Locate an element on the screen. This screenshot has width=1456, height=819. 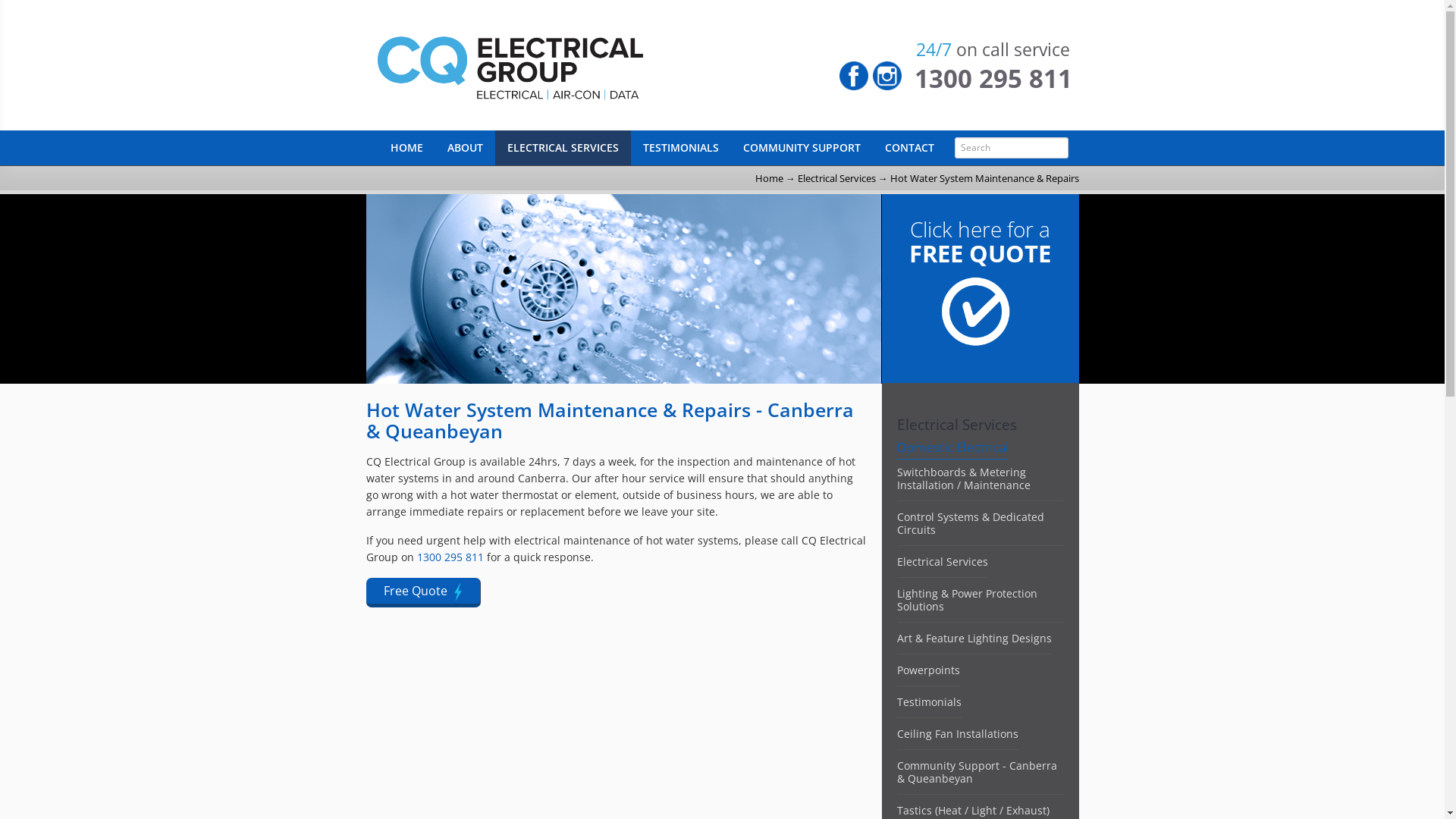
'1300 295 811' is located at coordinates (993, 78).